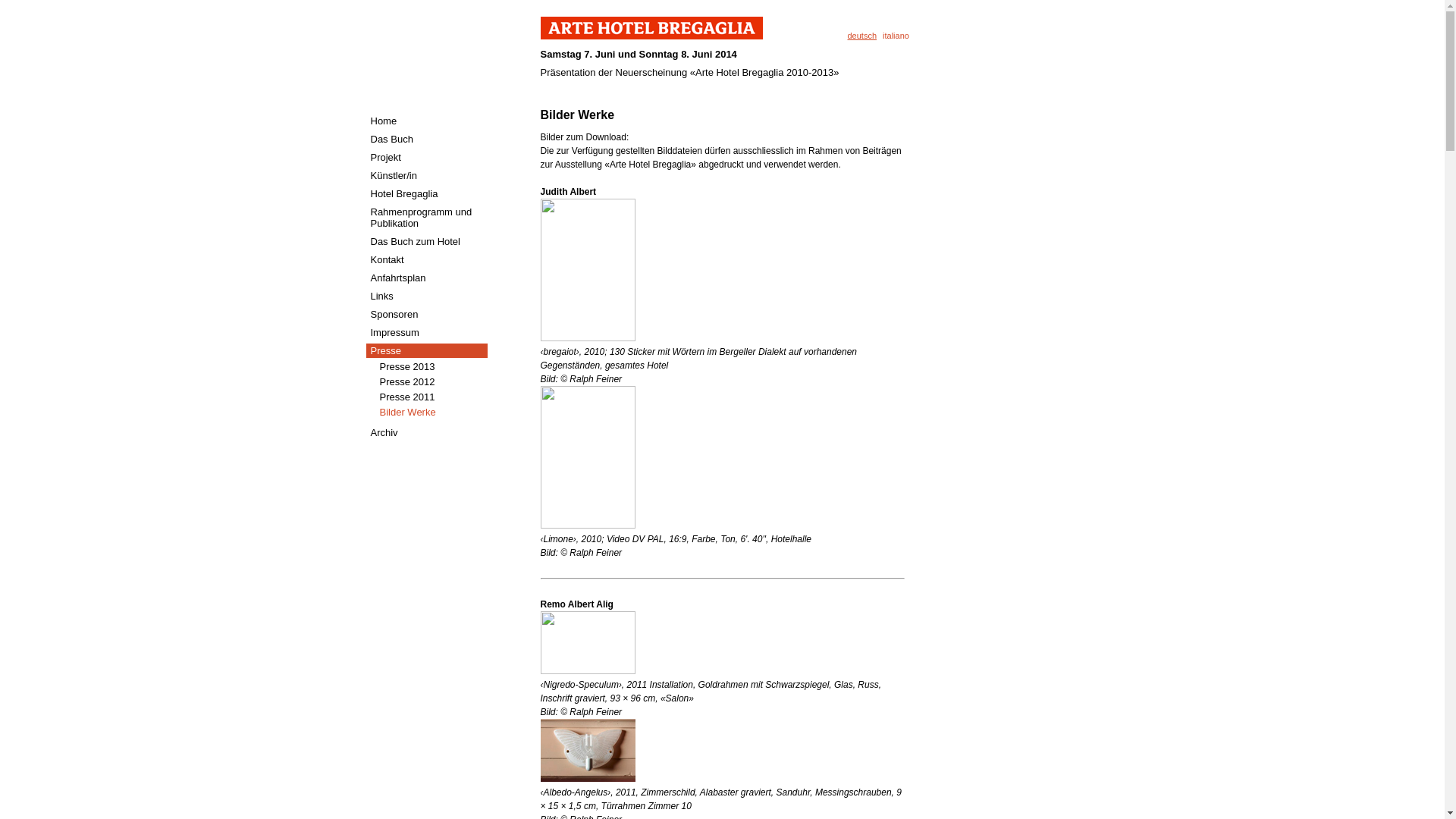  What do you see at coordinates (425, 350) in the screenshot?
I see `'Presse'` at bounding box center [425, 350].